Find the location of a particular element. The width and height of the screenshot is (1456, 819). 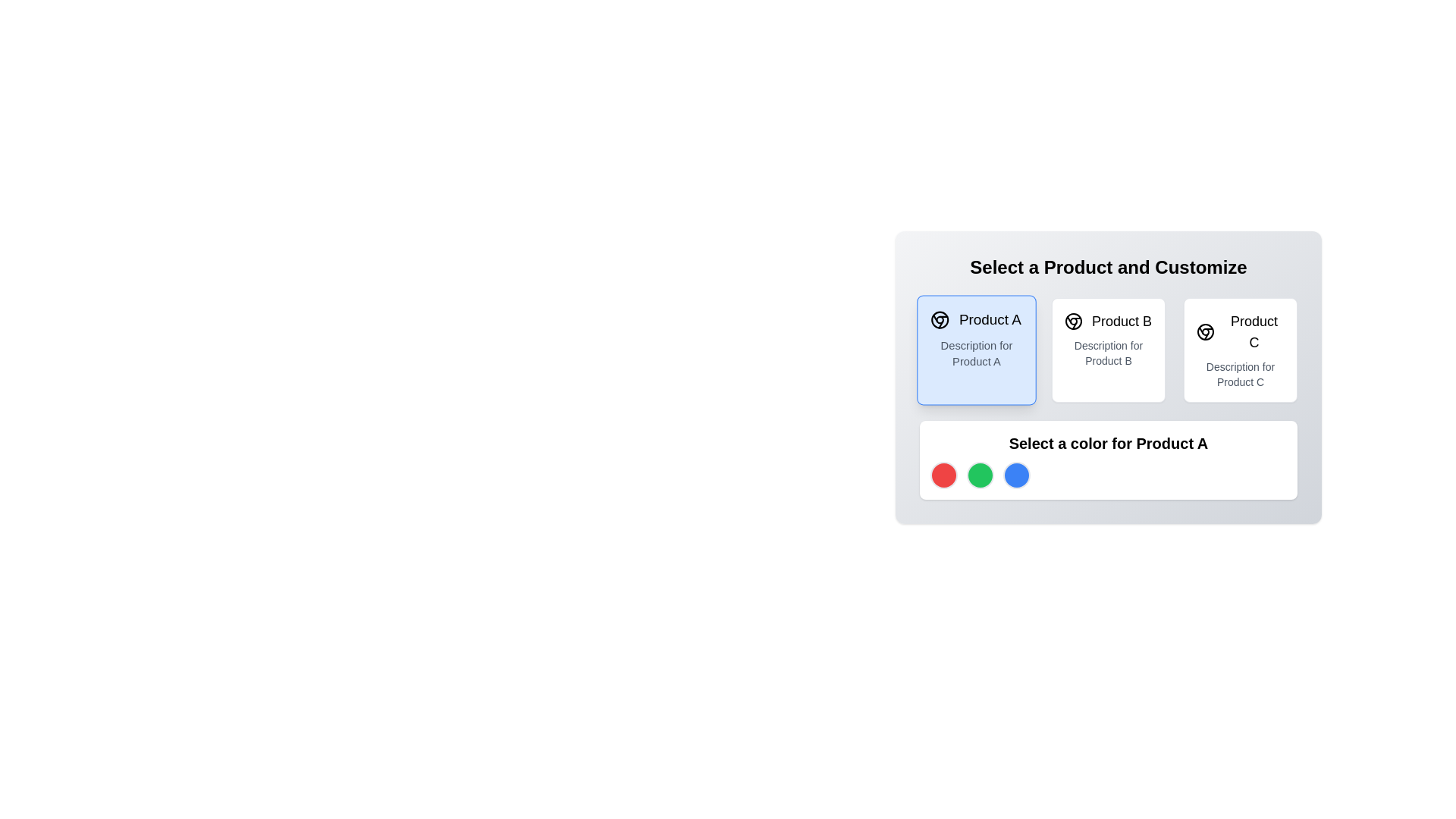

the interactive card located in the top-left position of the grid is located at coordinates (976, 350).